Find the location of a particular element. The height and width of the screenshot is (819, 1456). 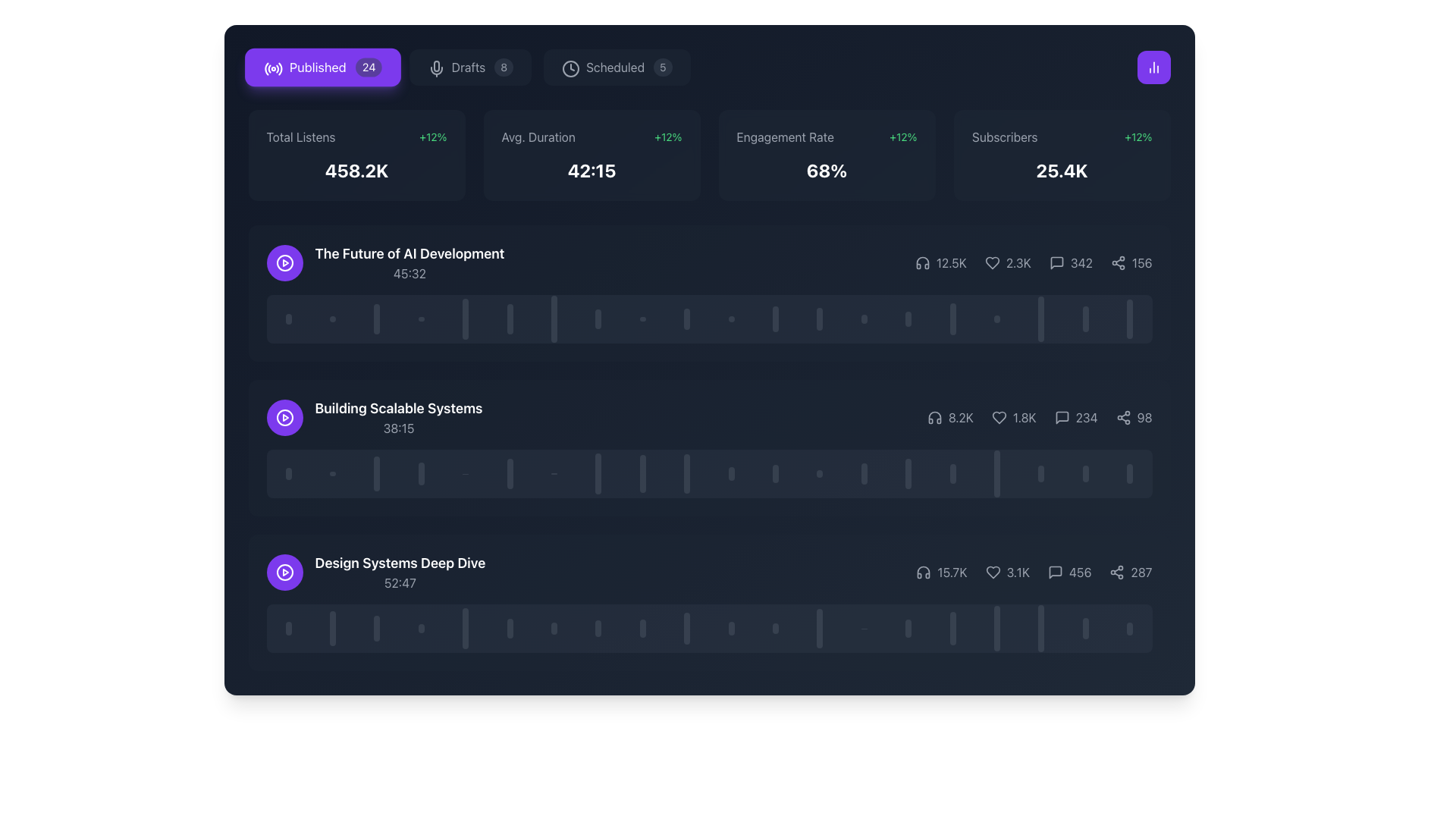

the numerical text '456' located at the bottom right section of the content information row is located at coordinates (1068, 573).